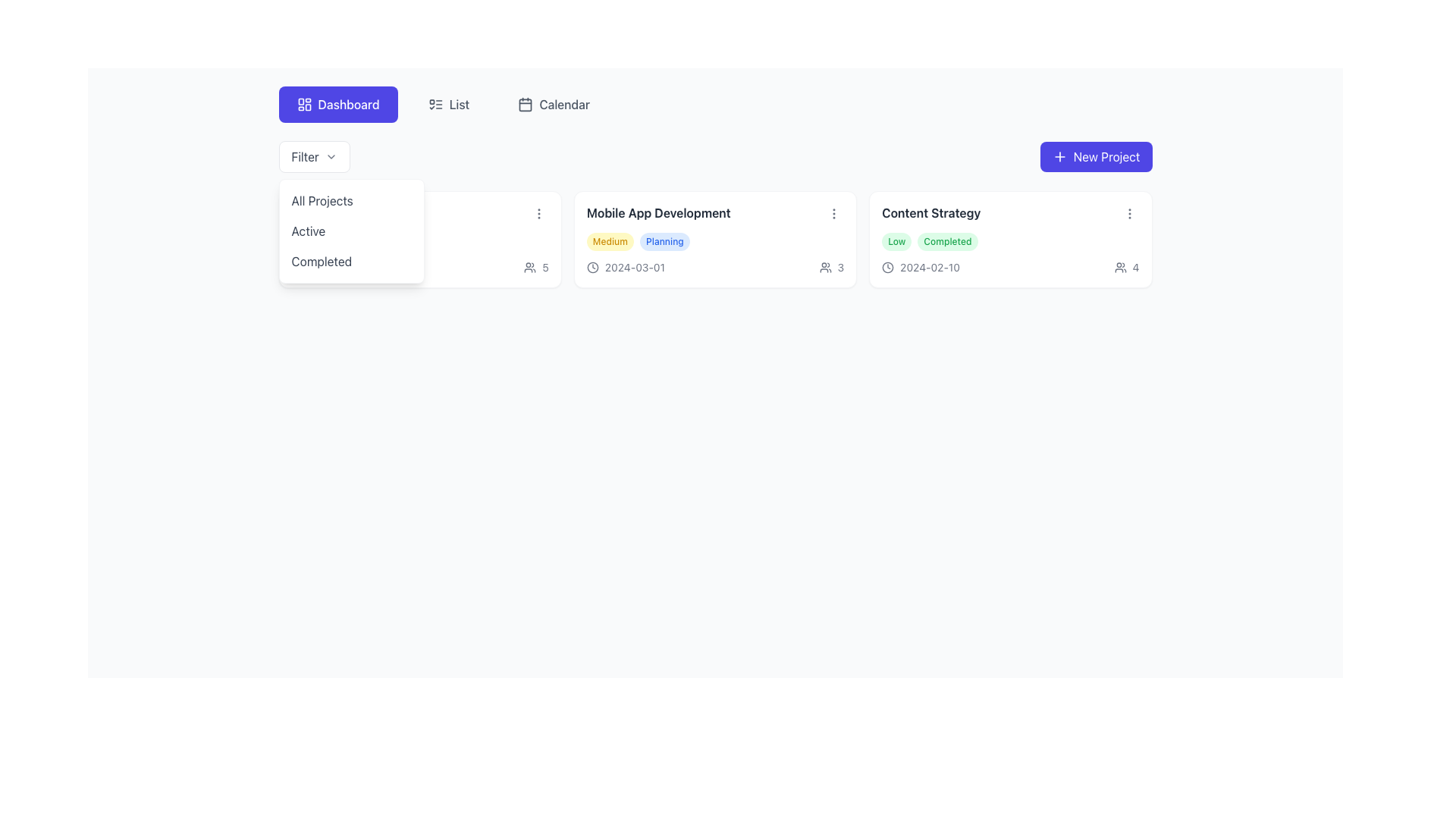 This screenshot has width=1456, height=819. What do you see at coordinates (610, 241) in the screenshot?
I see `the 'Medium' priority tag located in the 'Mobile App Development' card area, near the top-left corner of the content panel` at bounding box center [610, 241].